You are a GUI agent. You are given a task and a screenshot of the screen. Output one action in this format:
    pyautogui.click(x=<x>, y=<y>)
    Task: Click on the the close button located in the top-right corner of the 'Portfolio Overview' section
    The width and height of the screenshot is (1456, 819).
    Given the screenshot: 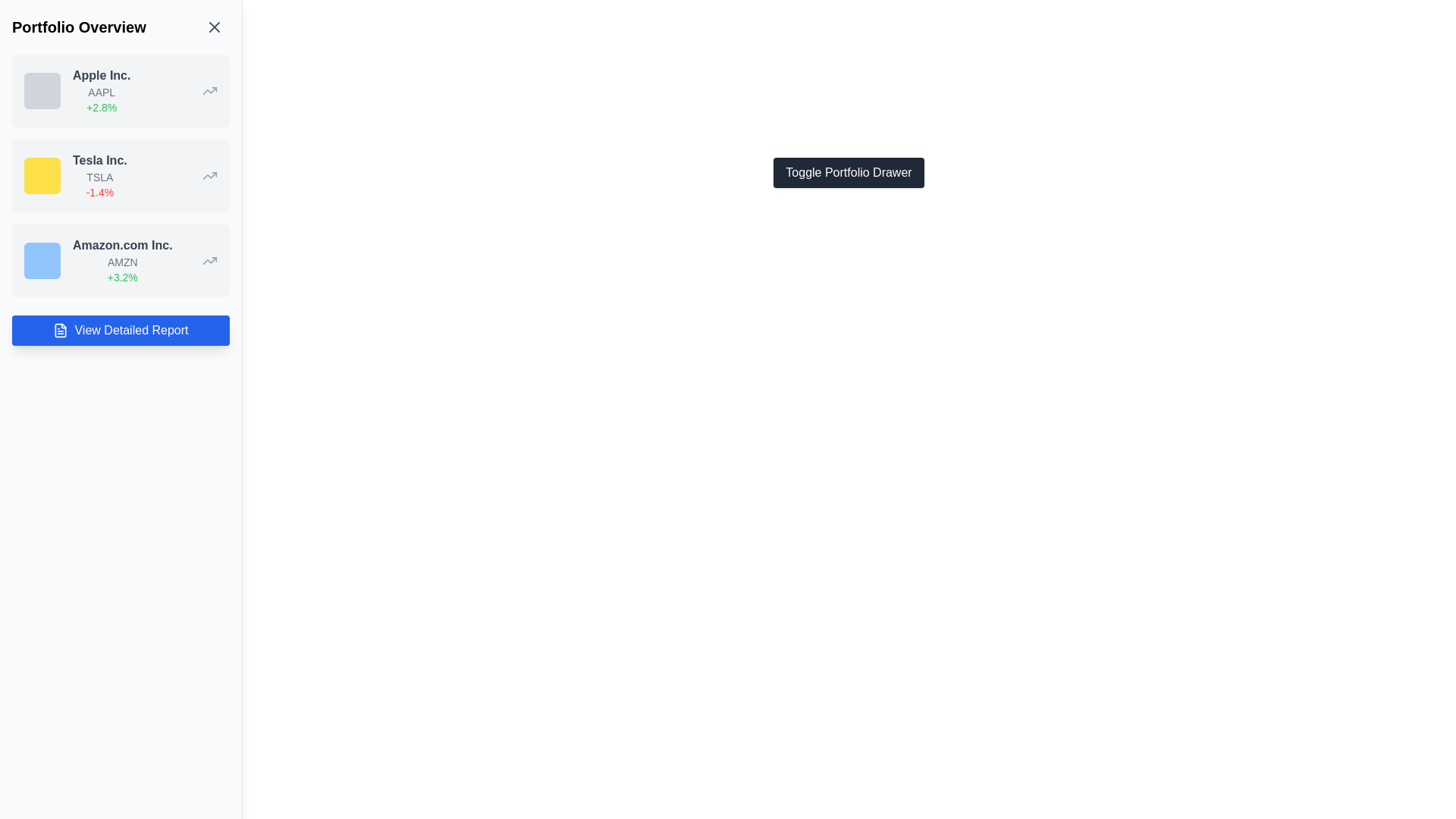 What is the action you would take?
    pyautogui.click(x=214, y=27)
    